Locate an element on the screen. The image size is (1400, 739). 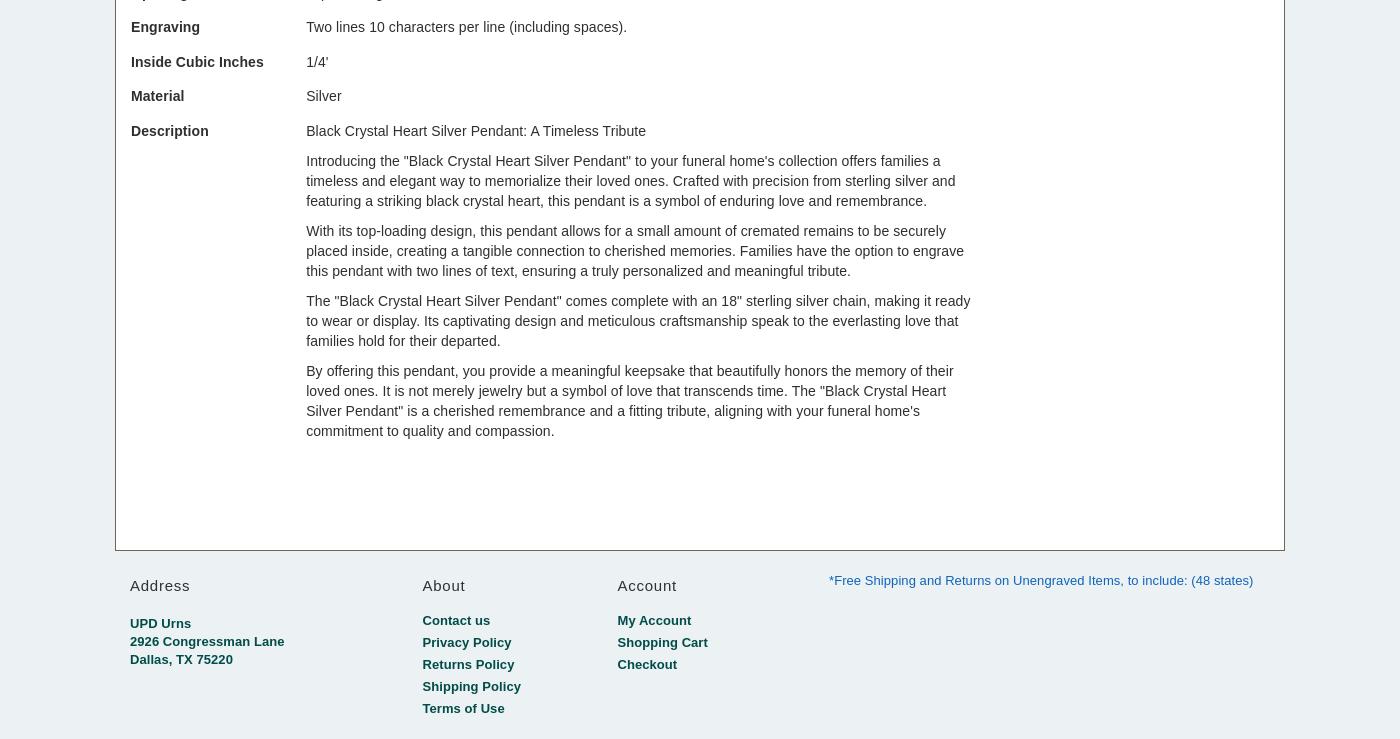
'With its top-loading design, this pendant allows for a small amount of cremated remains to be securely placed inside, creating a tangible connection to cherished memories. Families have the option to engrave this pendant with two lines of text, ensuring a truly personalized and meaningful tribute.' is located at coordinates (635, 250).